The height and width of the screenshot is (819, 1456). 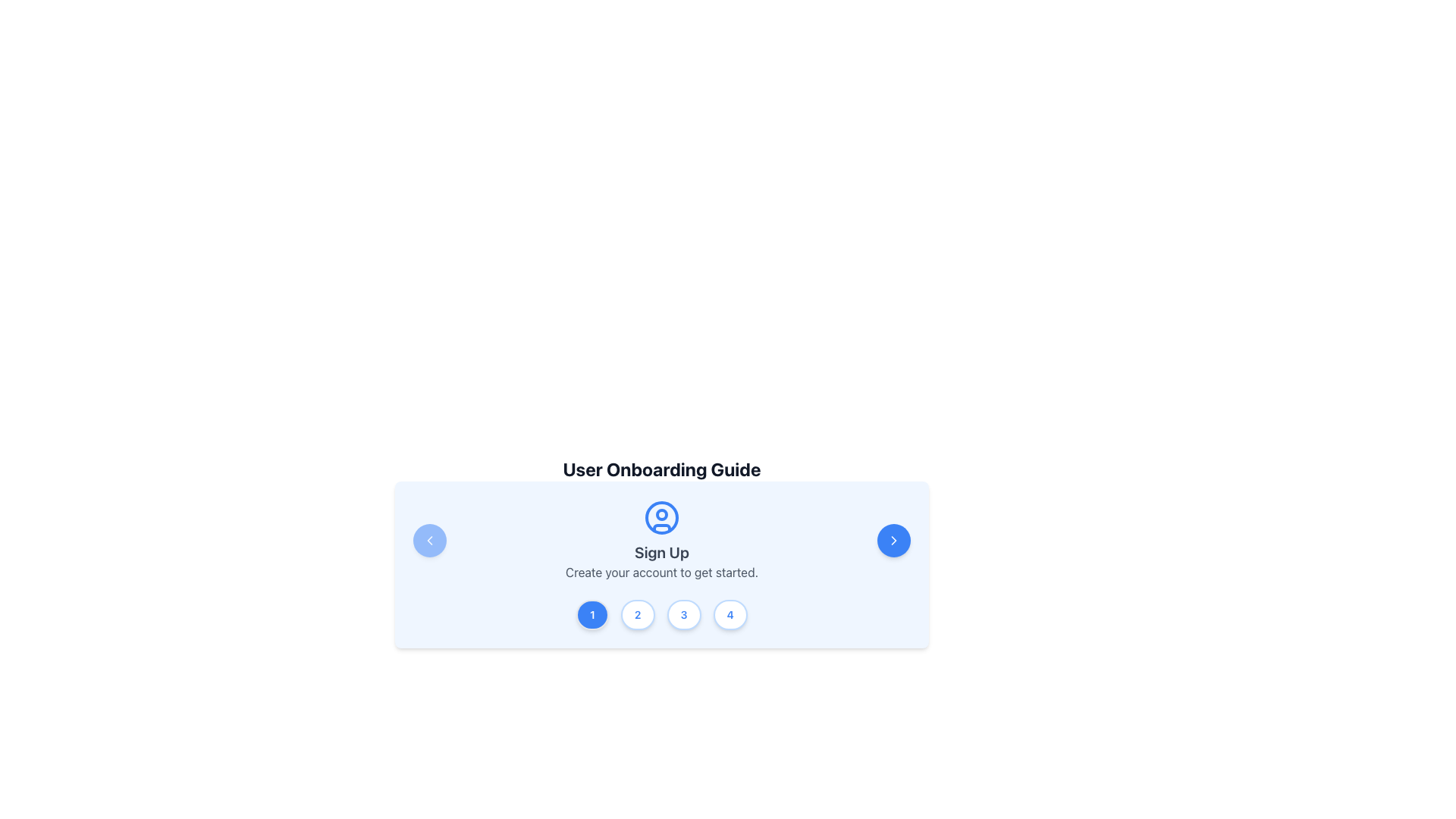 What do you see at coordinates (662, 513) in the screenshot?
I see `the decorative circle within the user profile icon, which is located above the 'Sign Up' text in the upper-center area of the card` at bounding box center [662, 513].